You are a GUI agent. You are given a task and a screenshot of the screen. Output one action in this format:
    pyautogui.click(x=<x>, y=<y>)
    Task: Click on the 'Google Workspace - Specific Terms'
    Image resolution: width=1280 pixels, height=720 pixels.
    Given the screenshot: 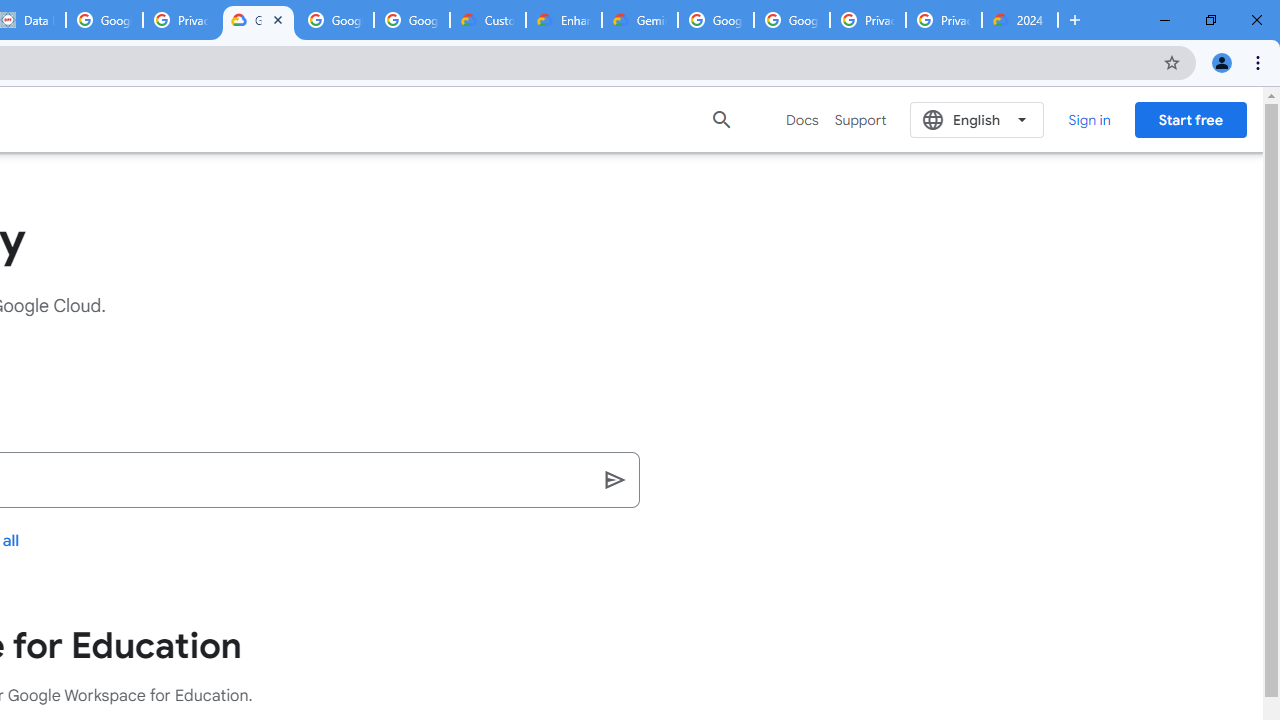 What is the action you would take?
    pyautogui.click(x=411, y=20)
    